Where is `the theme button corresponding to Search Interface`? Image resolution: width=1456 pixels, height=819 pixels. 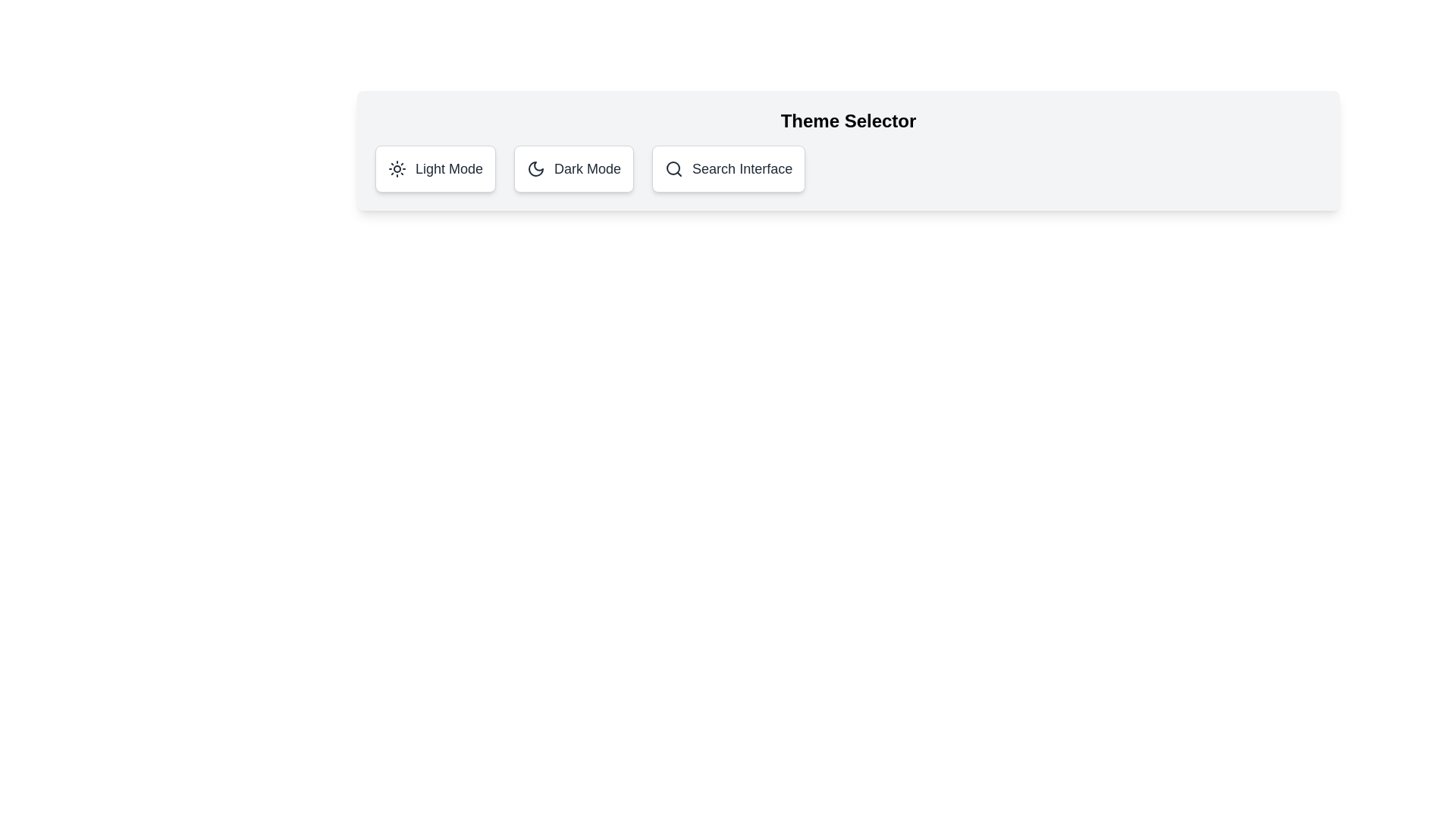
the theme button corresponding to Search Interface is located at coordinates (728, 169).